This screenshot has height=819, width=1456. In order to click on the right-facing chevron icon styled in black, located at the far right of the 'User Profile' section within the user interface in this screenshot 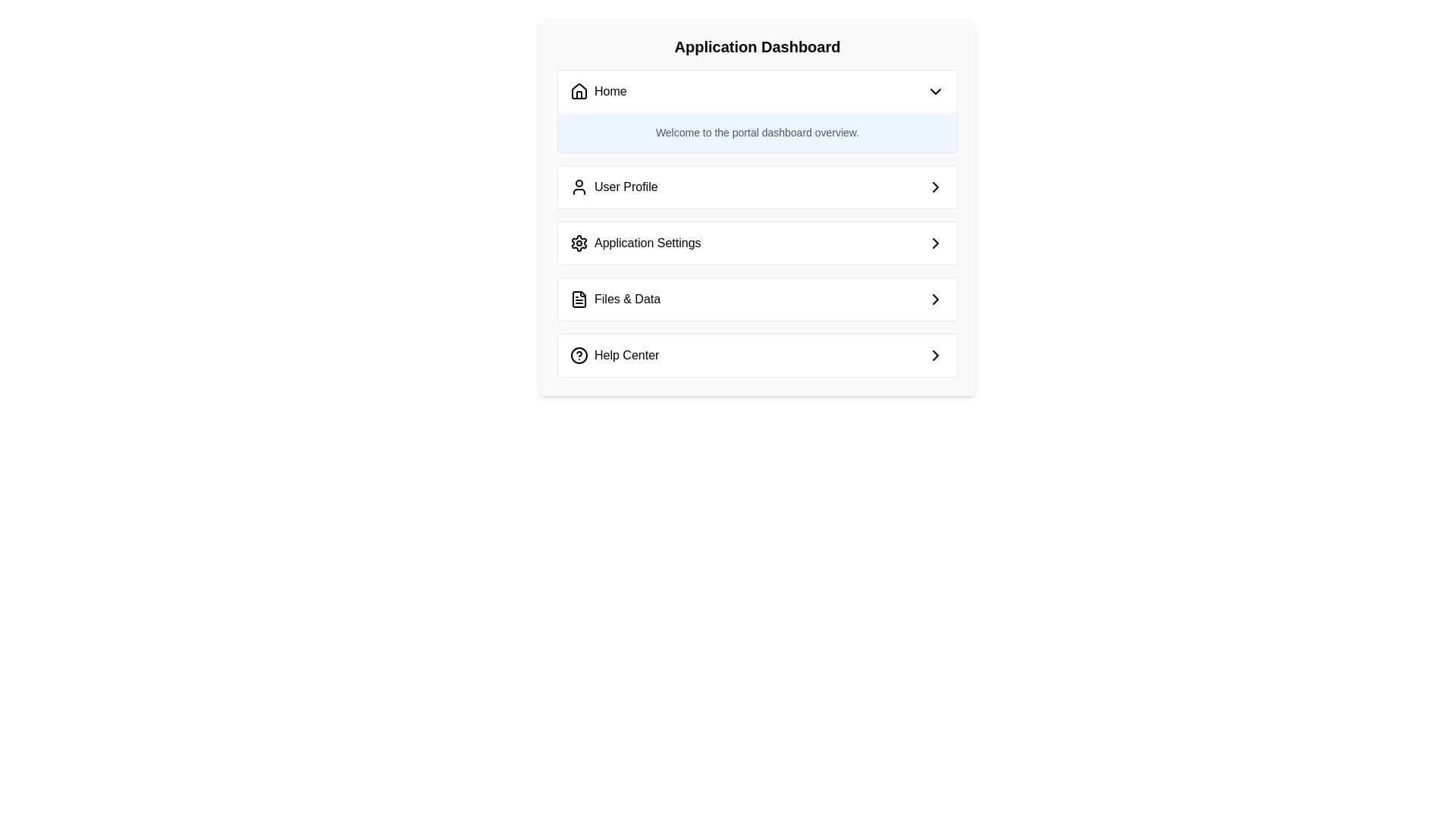, I will do `click(934, 186)`.